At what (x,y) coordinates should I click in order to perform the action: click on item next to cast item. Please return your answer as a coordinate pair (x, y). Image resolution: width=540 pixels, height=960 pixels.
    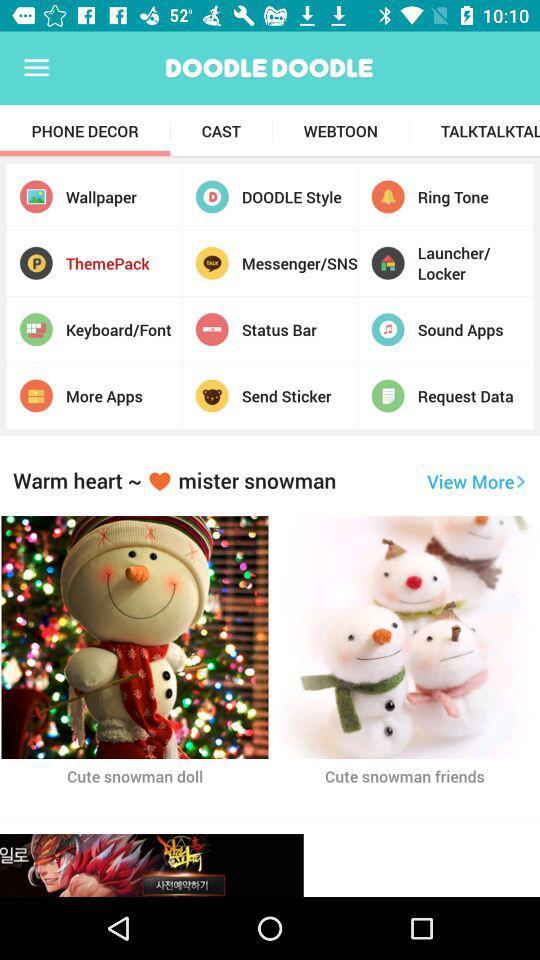
    Looking at the image, I should click on (84, 130).